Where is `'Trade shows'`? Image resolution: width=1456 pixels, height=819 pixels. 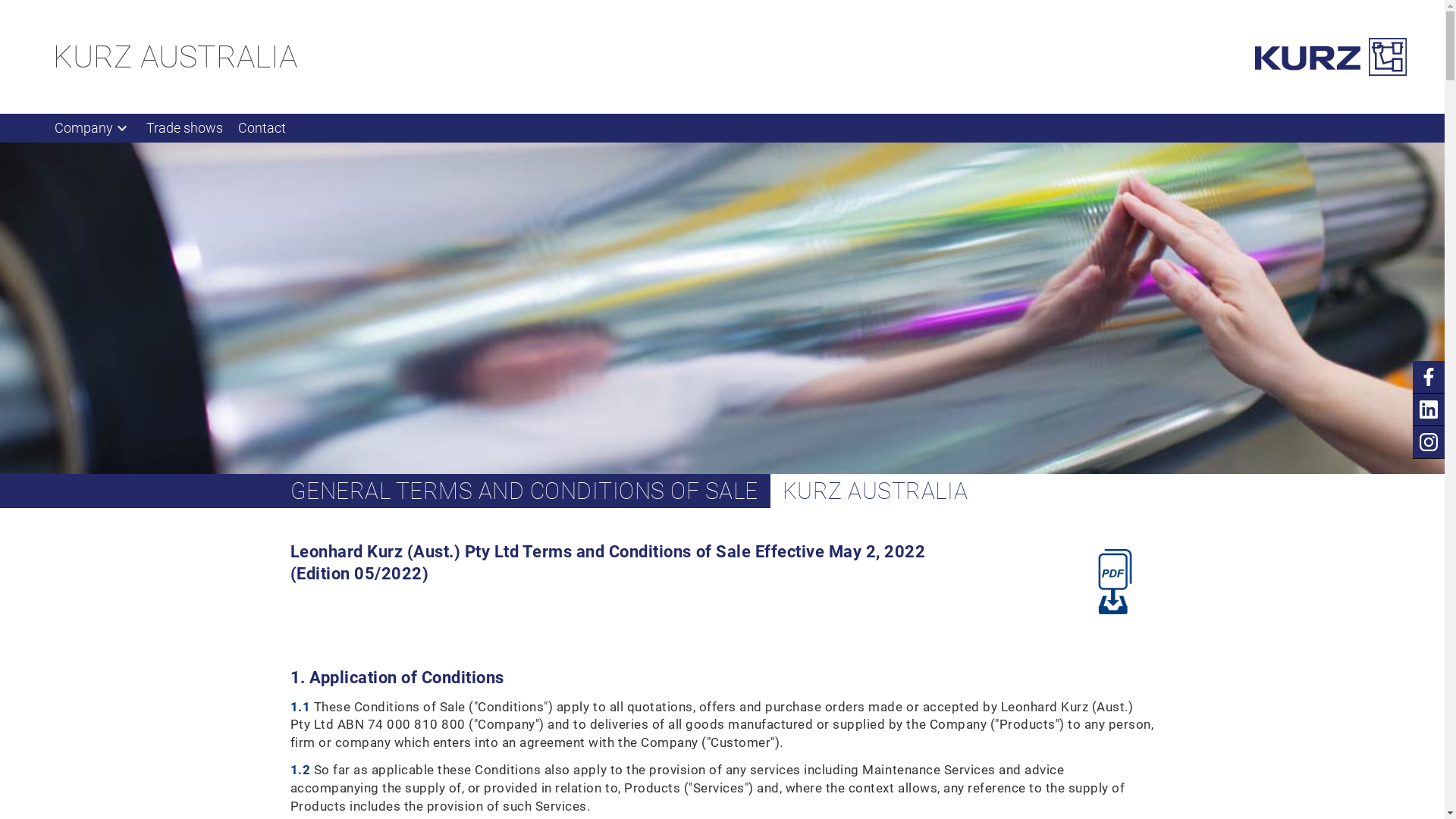 'Trade shows' is located at coordinates (184, 127).